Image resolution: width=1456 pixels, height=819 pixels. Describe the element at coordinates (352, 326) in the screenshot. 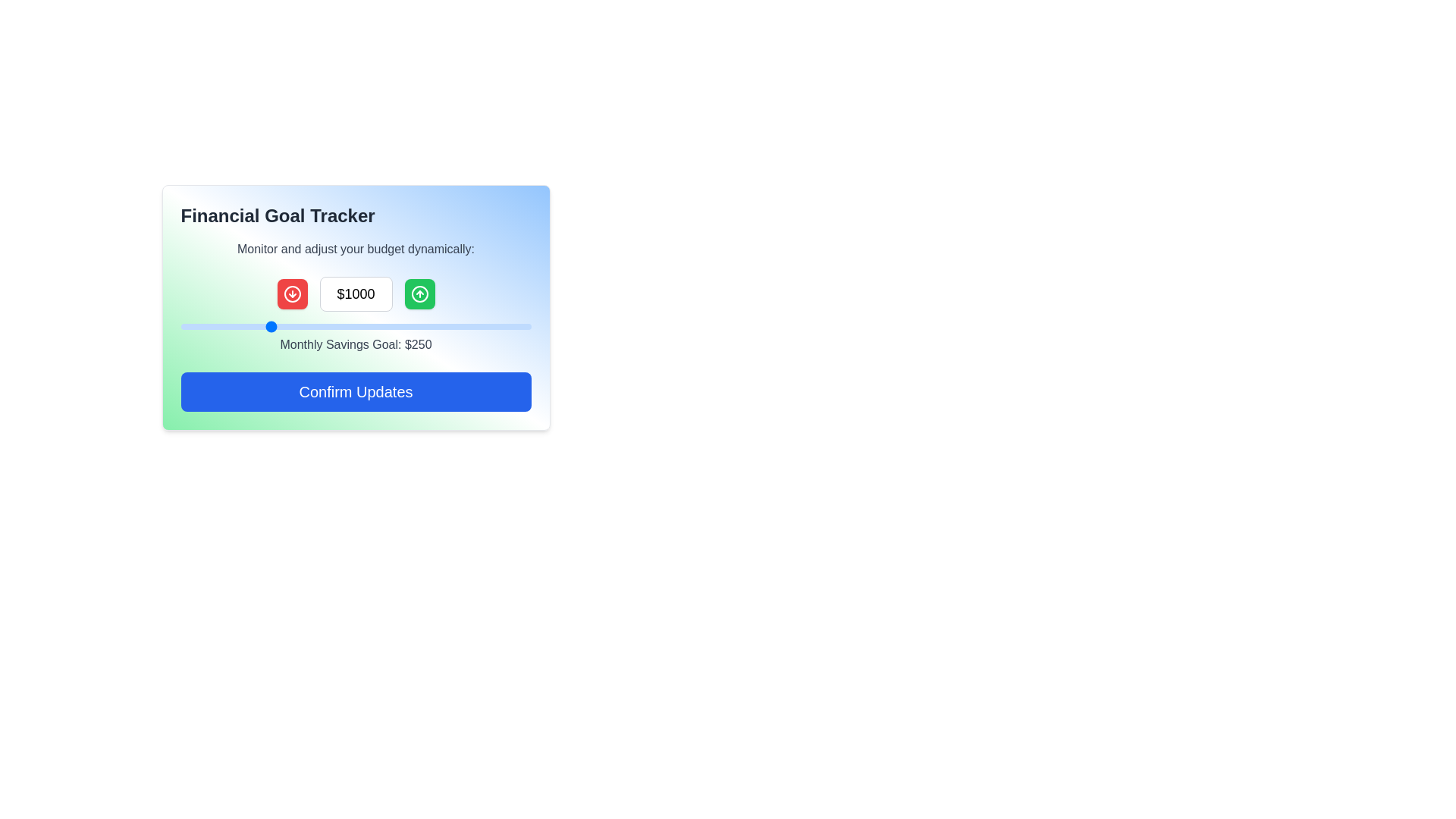

I see `the monthly savings goal` at that location.